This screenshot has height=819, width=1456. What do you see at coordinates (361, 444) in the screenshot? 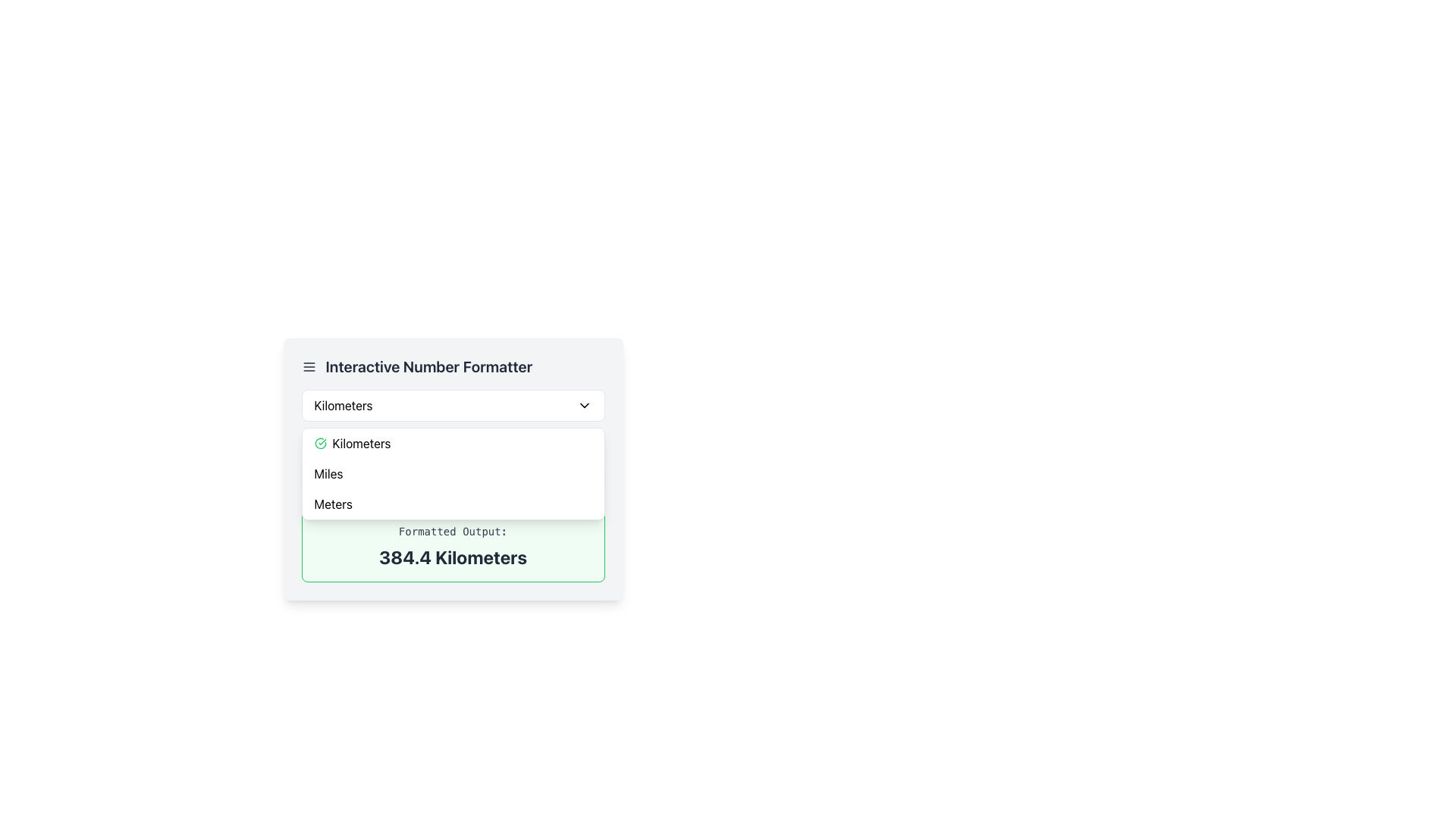
I see `the dropdown menu item labeled 'Kilometers' which is indicated by a green checkmark icon` at bounding box center [361, 444].